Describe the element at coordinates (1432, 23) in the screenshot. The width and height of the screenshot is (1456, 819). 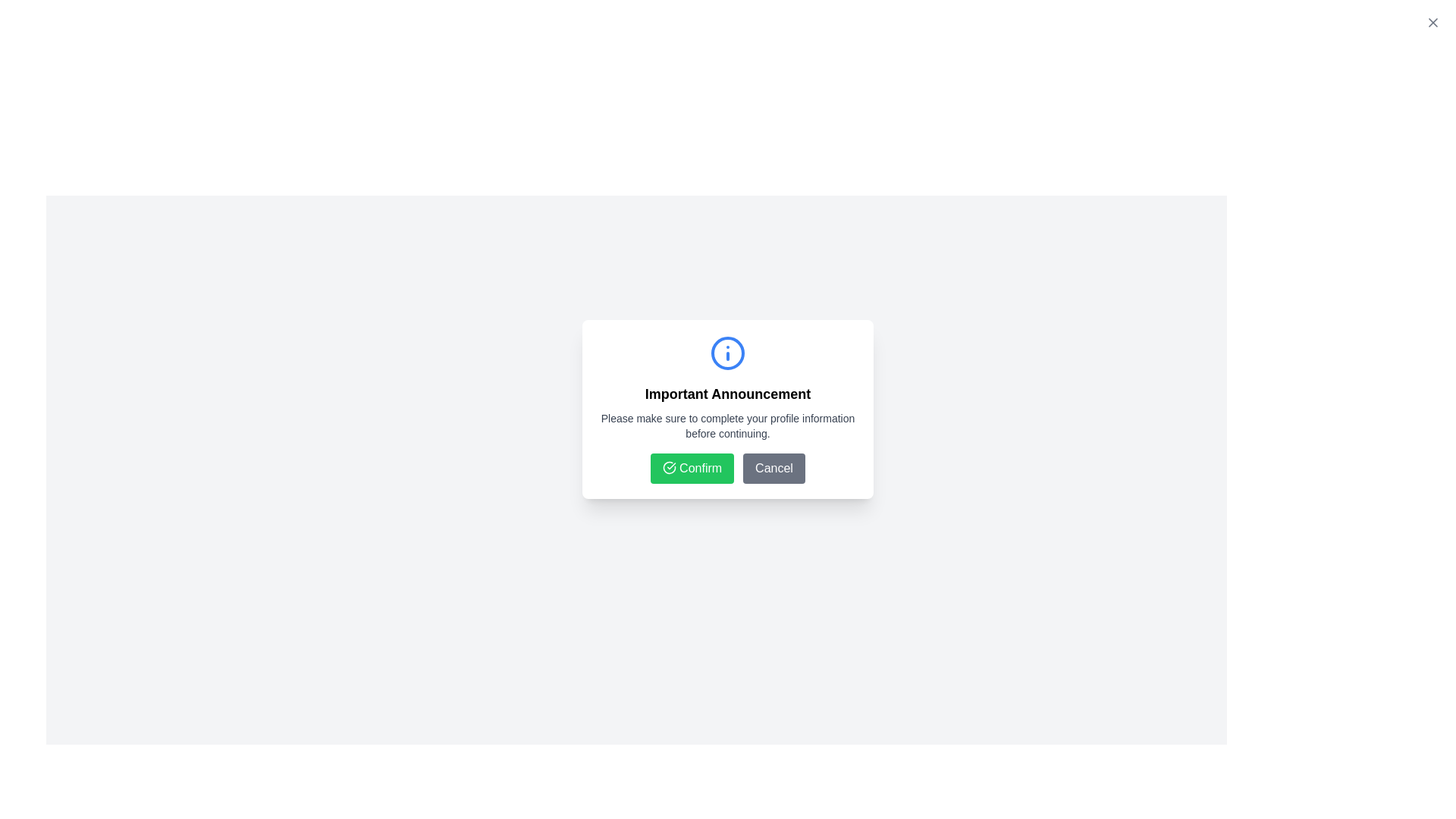
I see `the gray 'X' icon button located at the top-right corner of the dialog box` at that location.